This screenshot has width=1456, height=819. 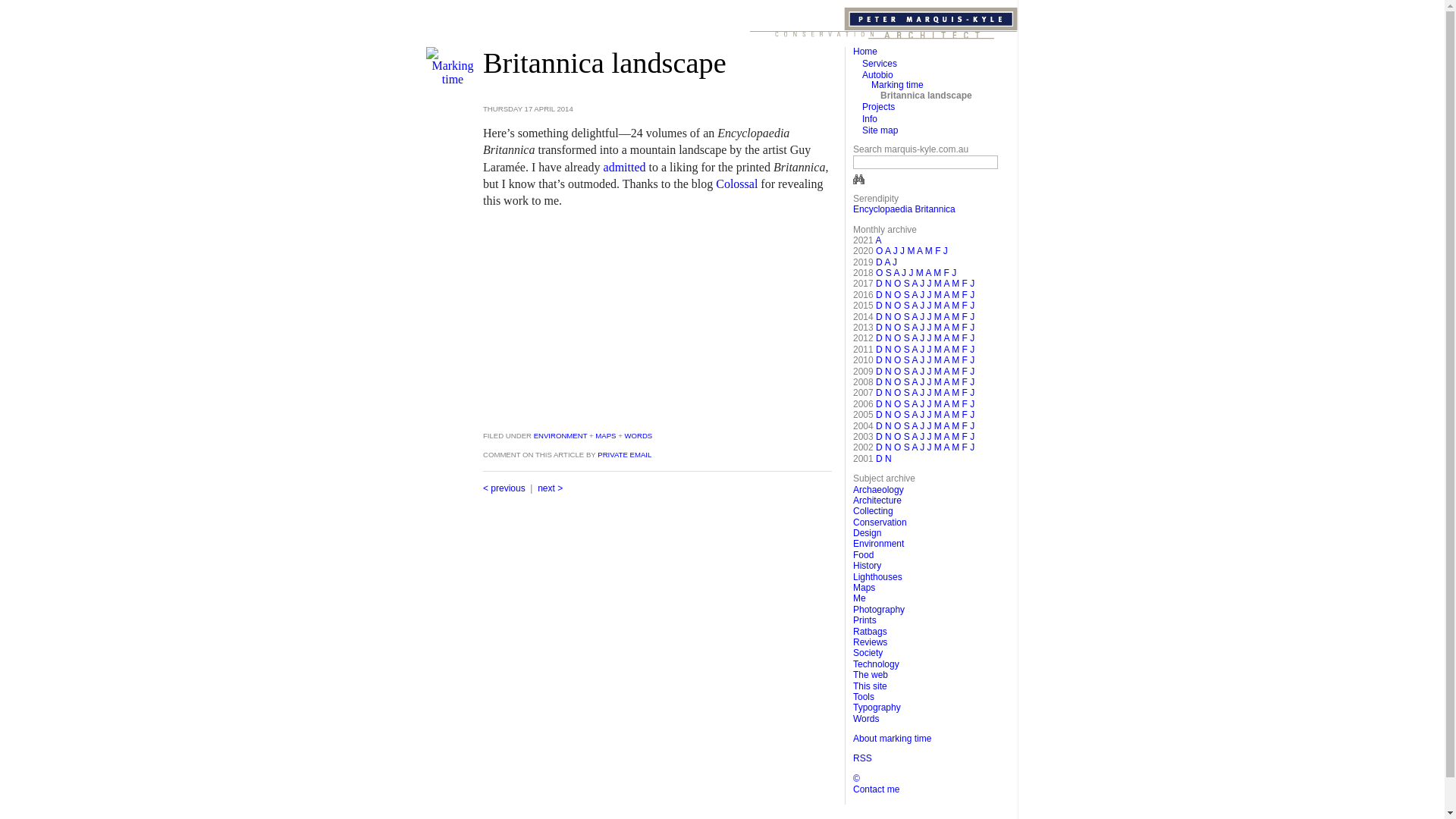 What do you see at coordinates (897, 284) in the screenshot?
I see `'O'` at bounding box center [897, 284].